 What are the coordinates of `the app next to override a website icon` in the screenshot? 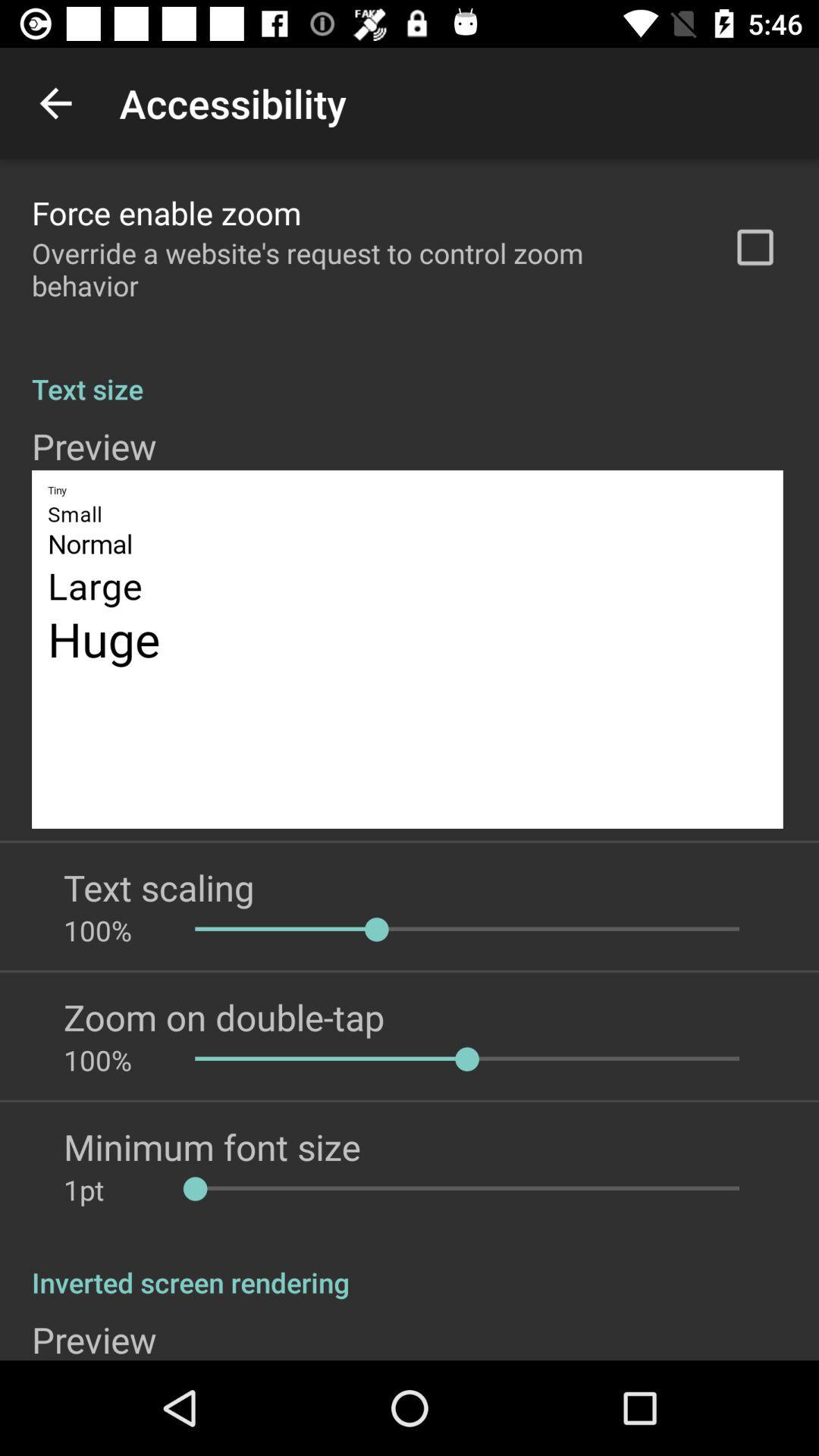 It's located at (755, 247).